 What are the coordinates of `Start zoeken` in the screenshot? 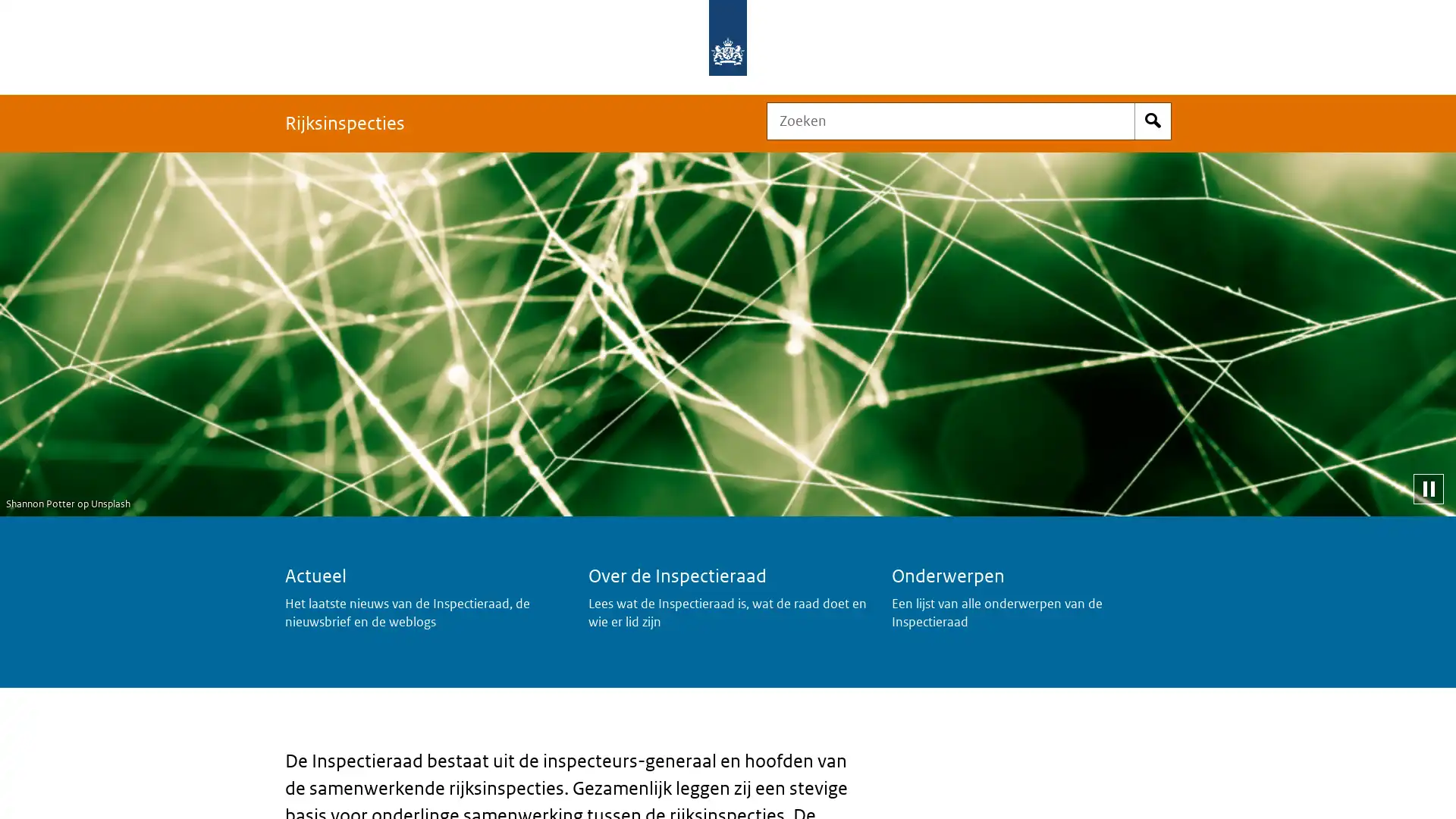 It's located at (1153, 120).